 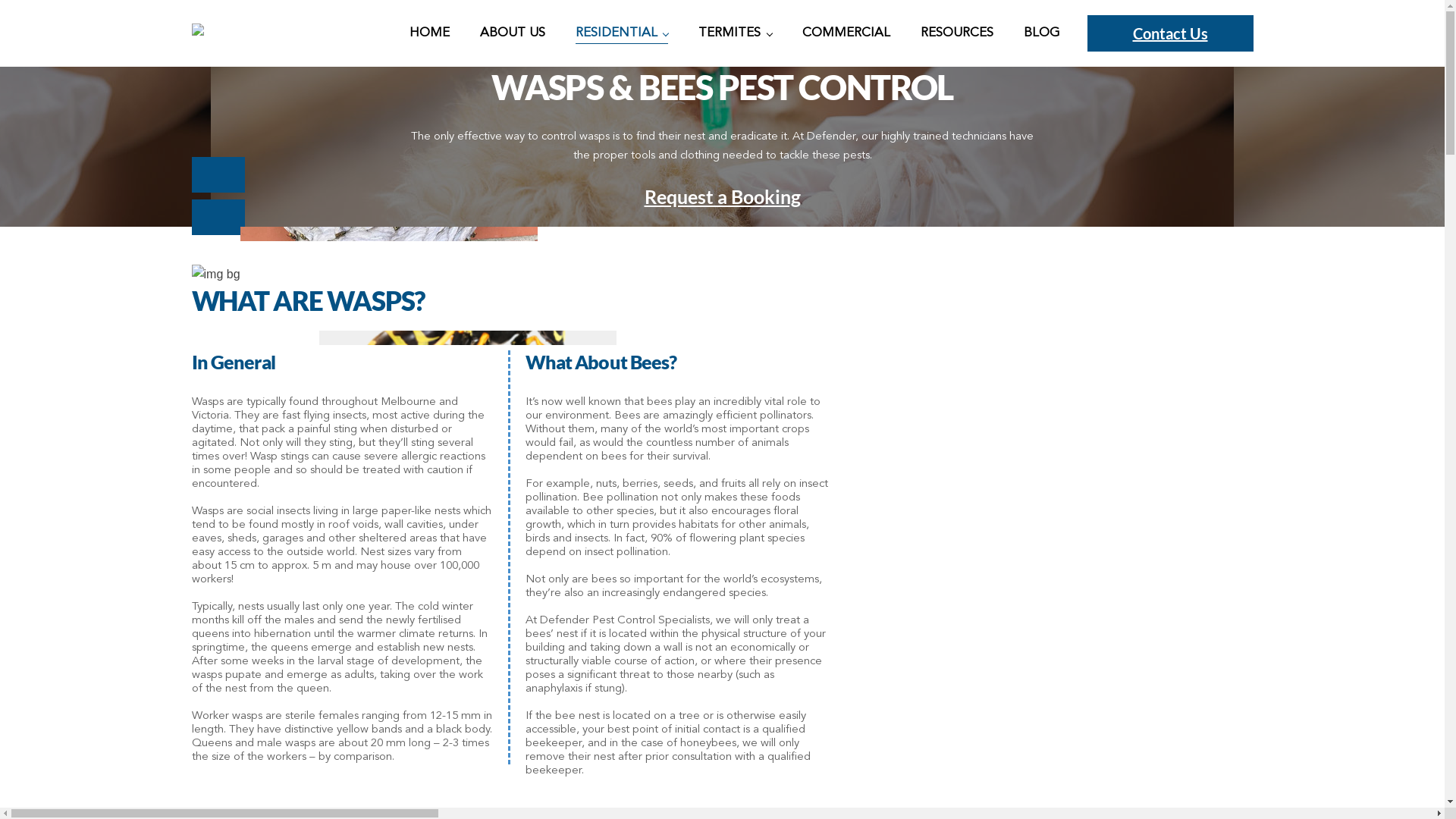 I want to click on 'TERMITES', so click(x=698, y=33).